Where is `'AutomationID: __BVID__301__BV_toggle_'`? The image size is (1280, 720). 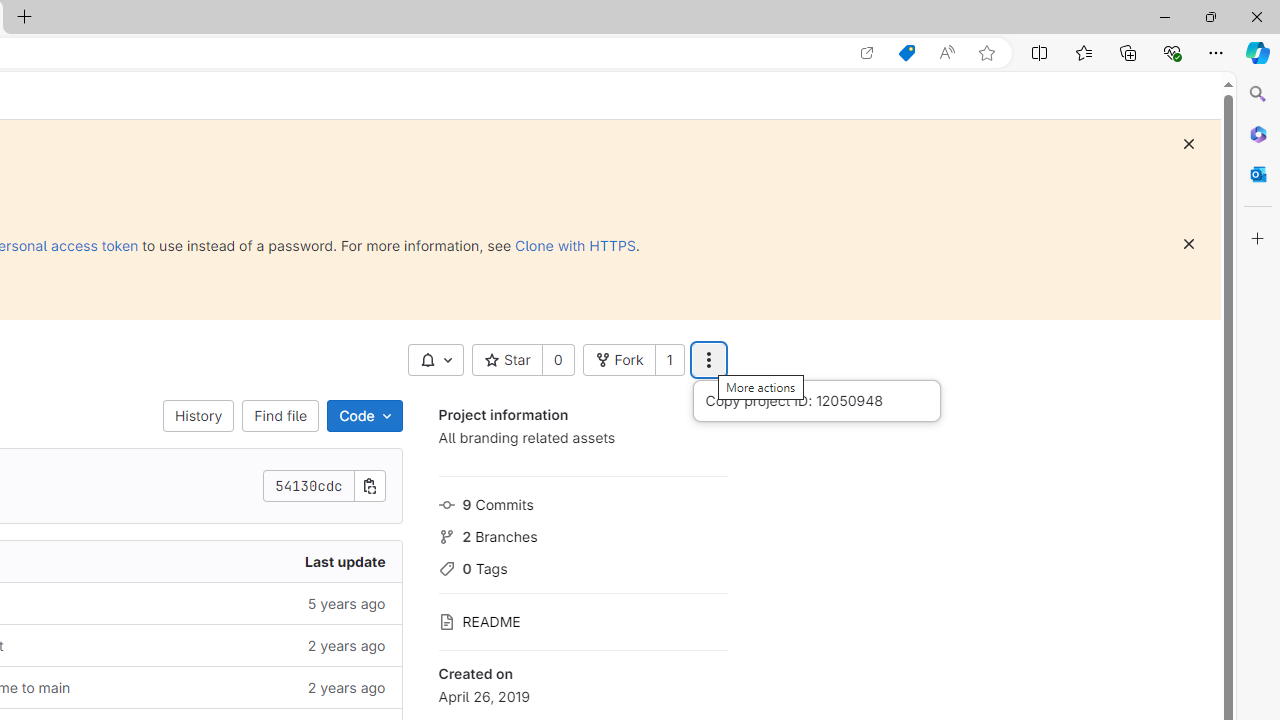
'AutomationID: __BVID__301__BV_toggle_' is located at coordinates (434, 360).